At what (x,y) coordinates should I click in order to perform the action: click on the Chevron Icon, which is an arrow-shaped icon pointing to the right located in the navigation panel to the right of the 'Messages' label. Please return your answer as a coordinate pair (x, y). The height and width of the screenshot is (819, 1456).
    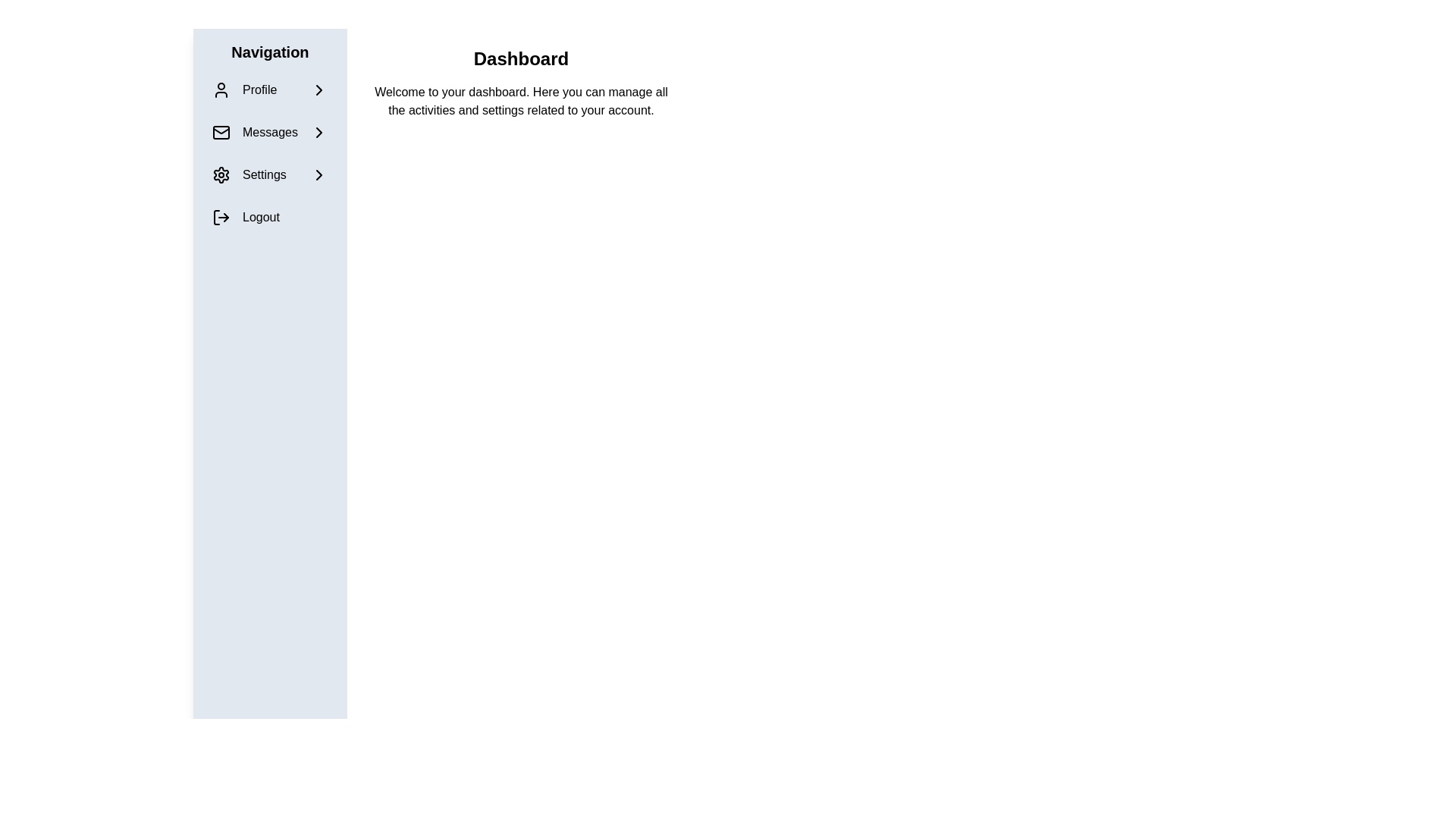
    Looking at the image, I should click on (318, 131).